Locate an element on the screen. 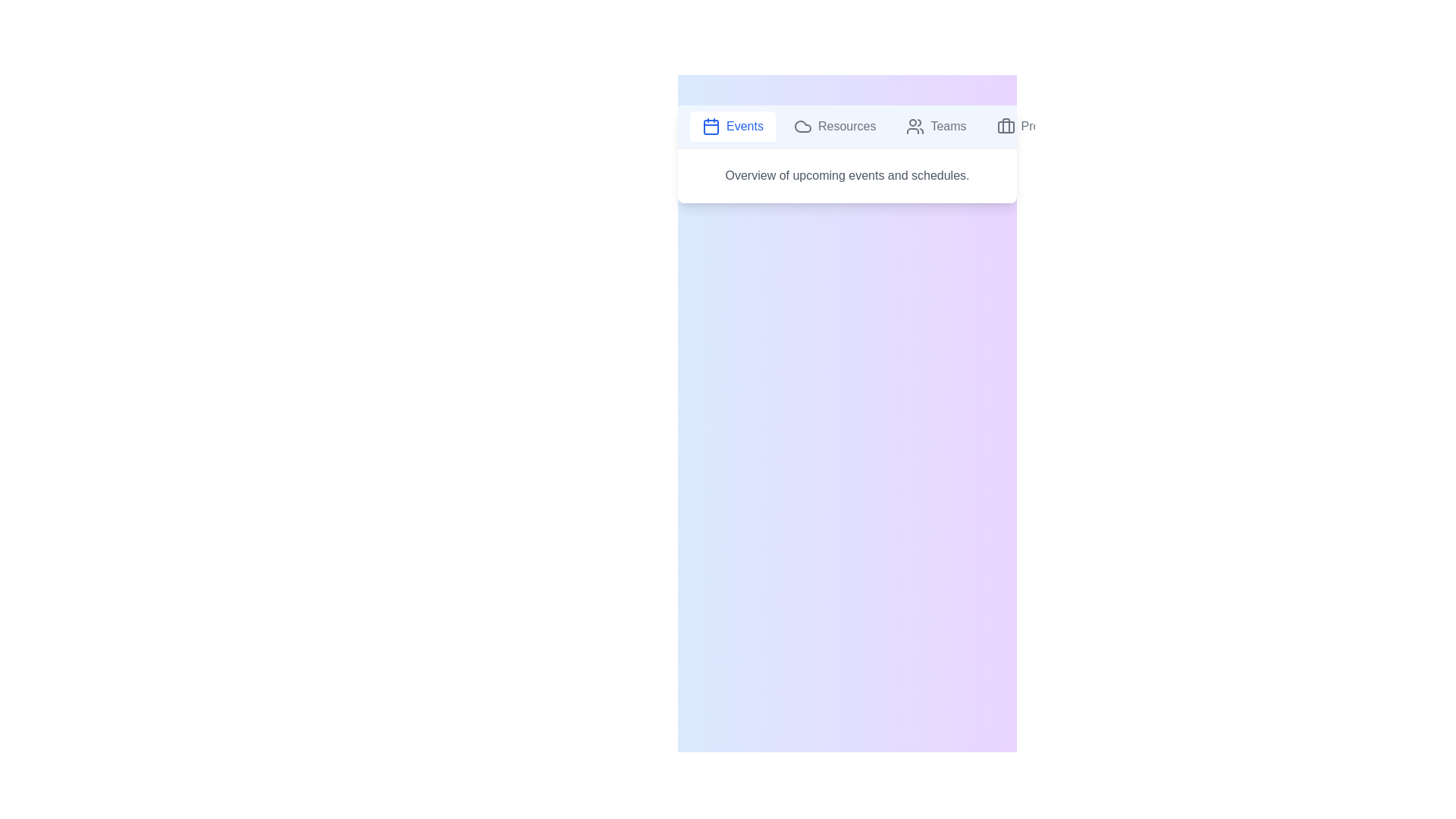 The width and height of the screenshot is (1456, 819). the tab labeled Resources to view its content is located at coordinates (833, 125).